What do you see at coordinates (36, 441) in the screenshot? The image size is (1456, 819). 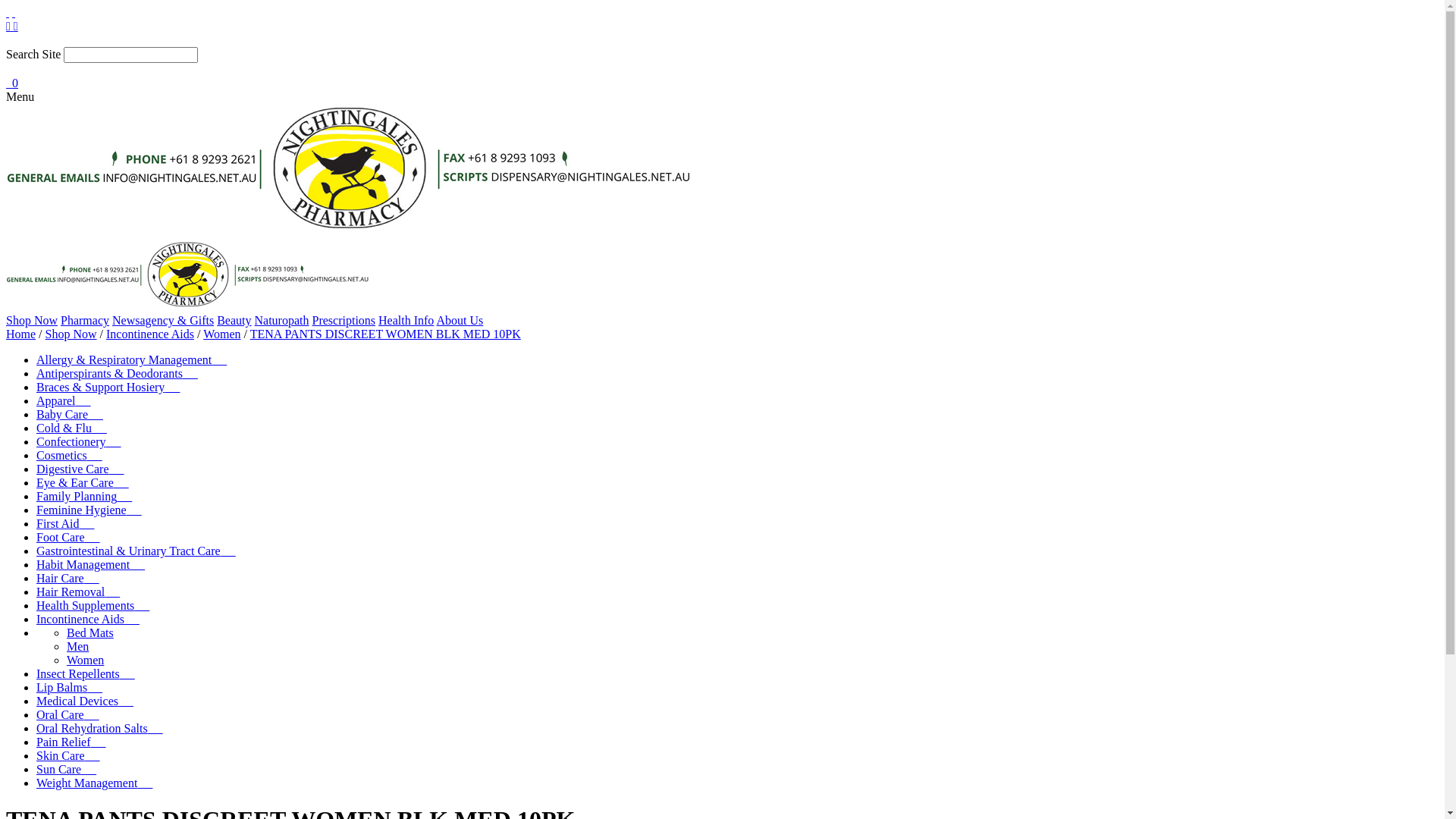 I see `'Confectionery     '` at bounding box center [36, 441].